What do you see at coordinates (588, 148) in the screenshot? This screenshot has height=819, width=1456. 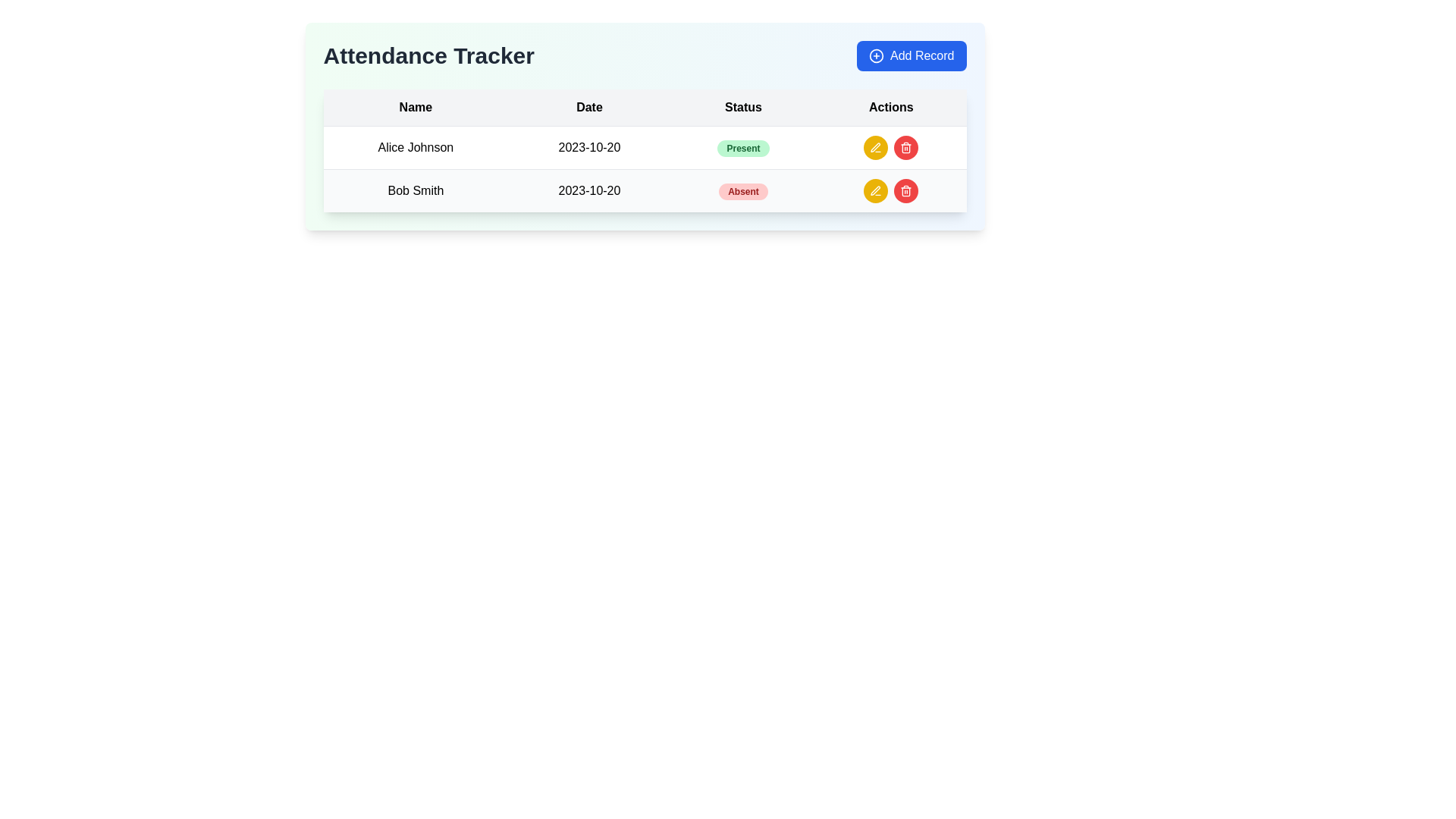 I see `the text display element showing the date '2023-10-20' in the 'Date' column of the 'Attendance Tracker' table, which is located to the right of the 'Alice Johnson' entry` at bounding box center [588, 148].